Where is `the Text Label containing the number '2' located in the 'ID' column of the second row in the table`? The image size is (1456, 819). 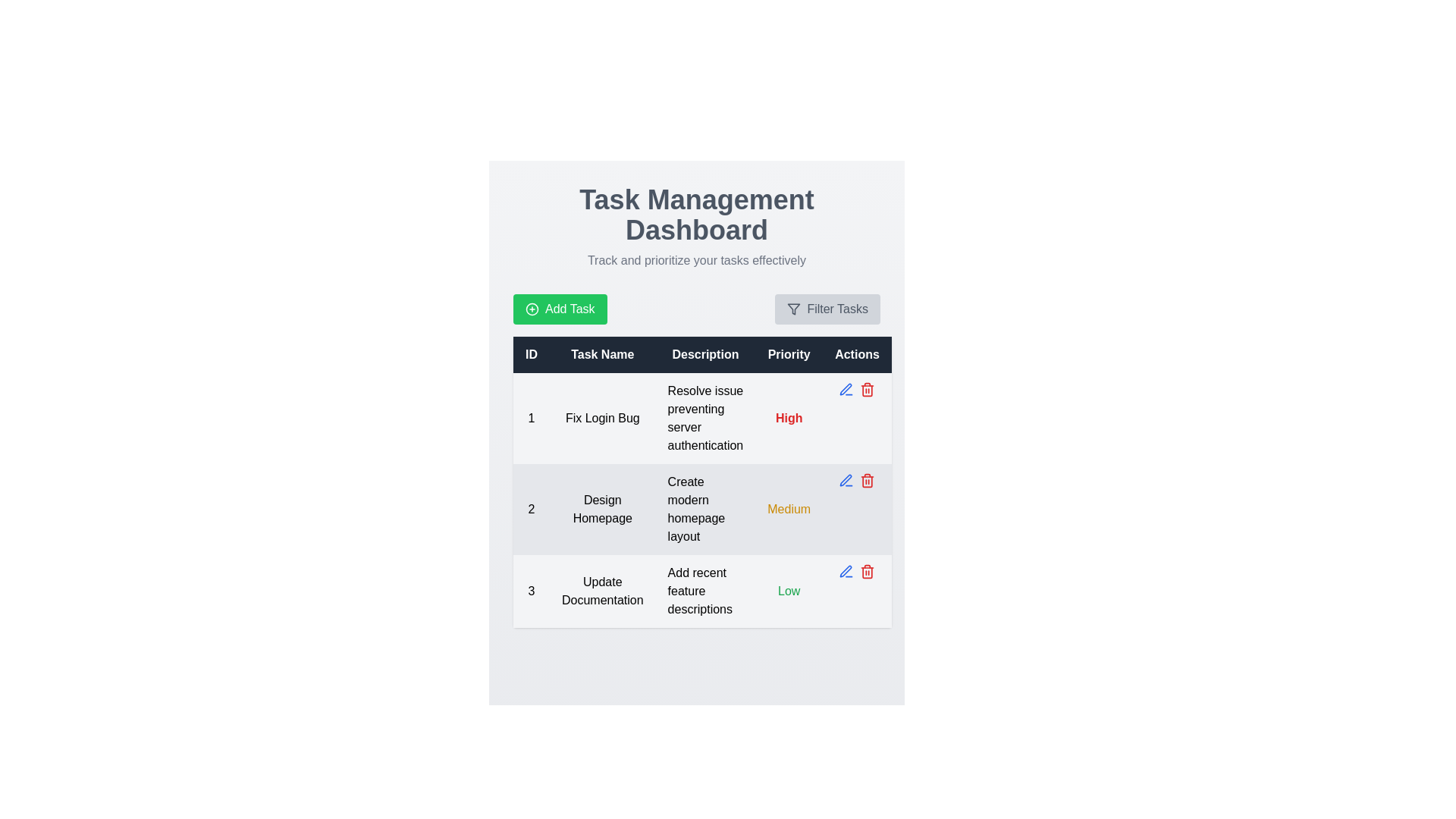 the Text Label containing the number '2' located in the 'ID' column of the second row in the table is located at coordinates (531, 509).